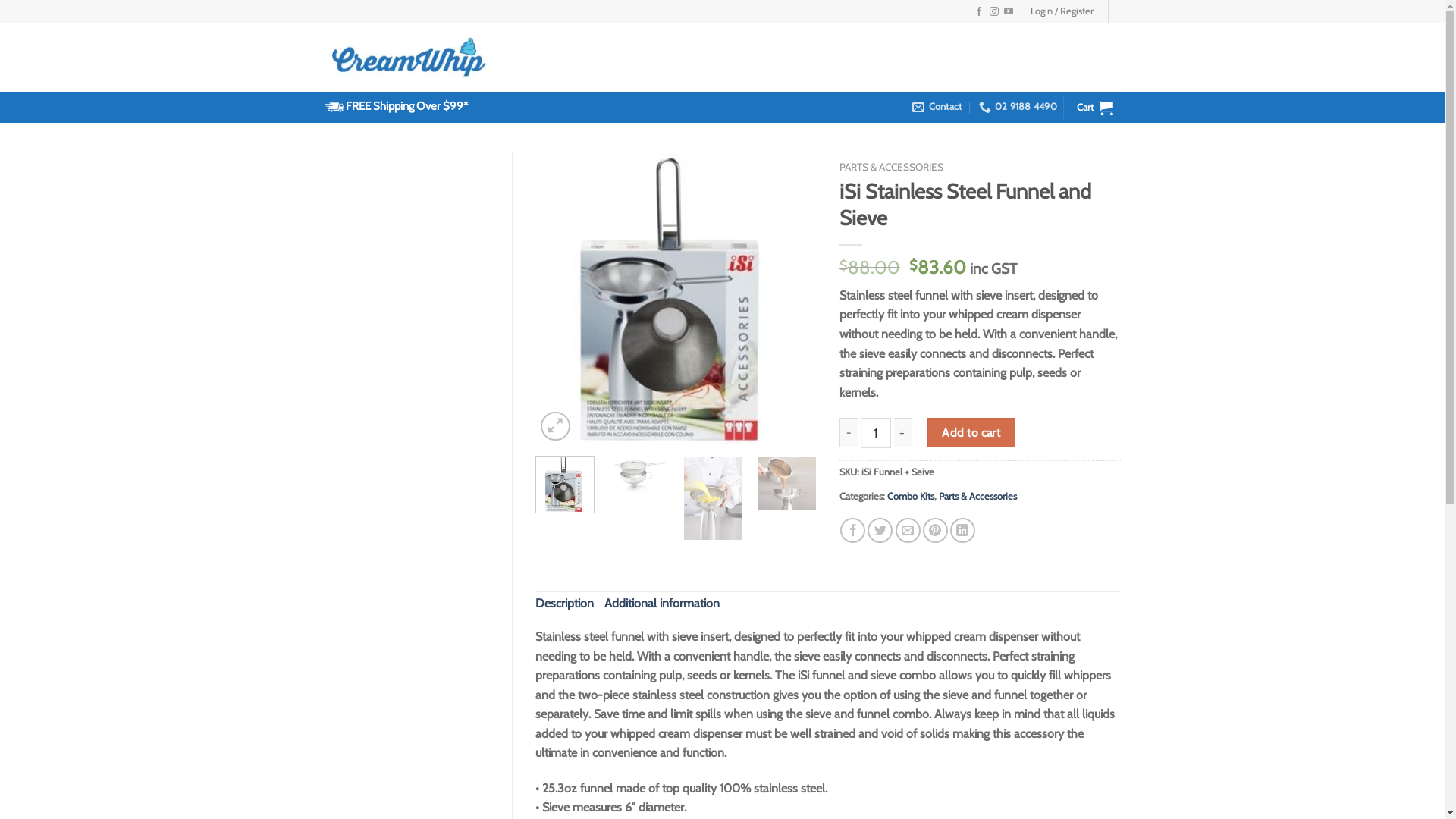 The height and width of the screenshot is (819, 1456). What do you see at coordinates (891, 166) in the screenshot?
I see `'PARTS & ACCESSORIES'` at bounding box center [891, 166].